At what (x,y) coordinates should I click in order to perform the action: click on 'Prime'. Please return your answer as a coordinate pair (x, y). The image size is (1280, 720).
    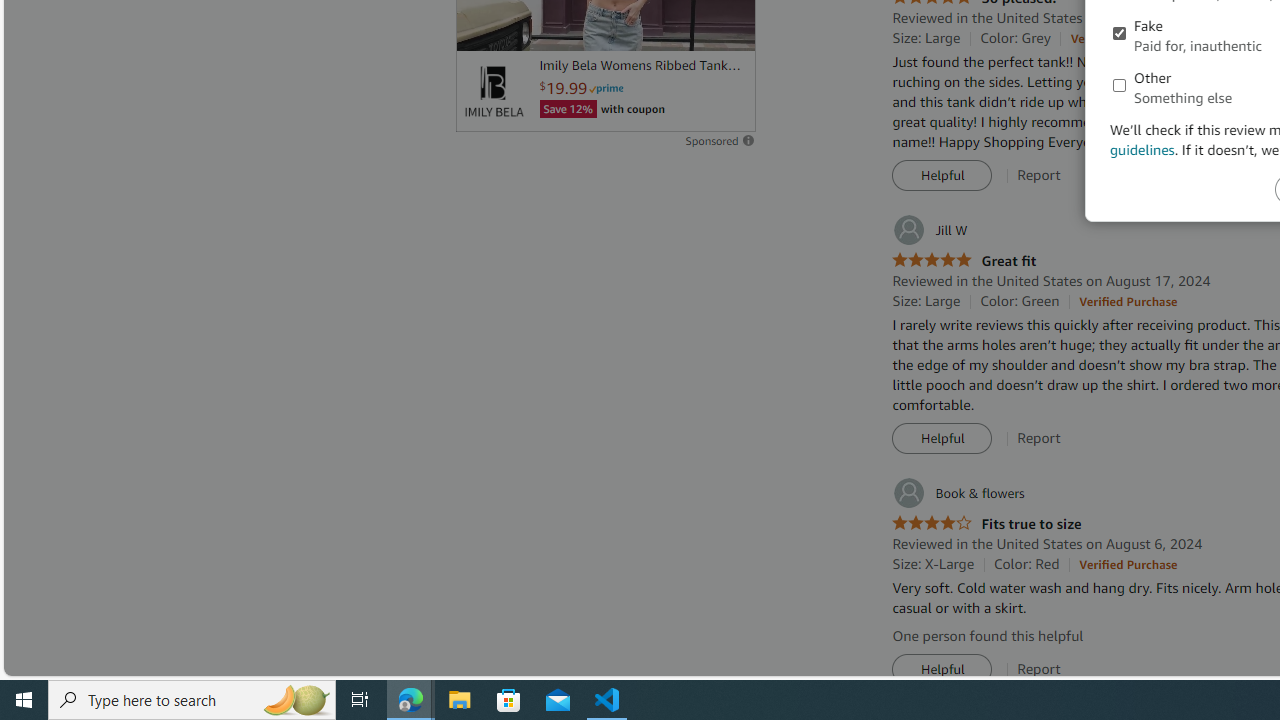
    Looking at the image, I should click on (605, 87).